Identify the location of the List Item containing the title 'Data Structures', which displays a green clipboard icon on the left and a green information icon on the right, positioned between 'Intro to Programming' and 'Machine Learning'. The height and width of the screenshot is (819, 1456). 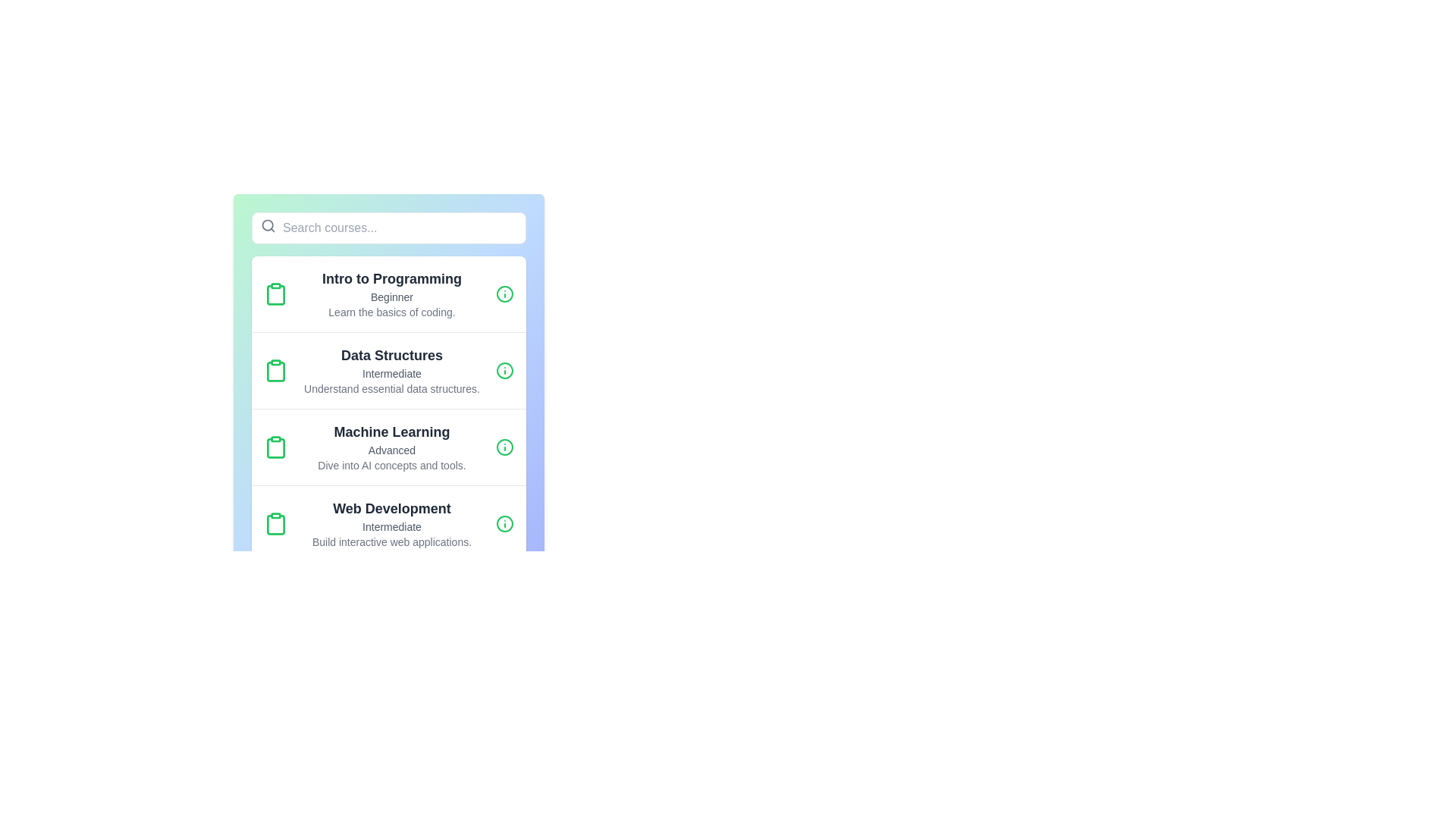
(389, 370).